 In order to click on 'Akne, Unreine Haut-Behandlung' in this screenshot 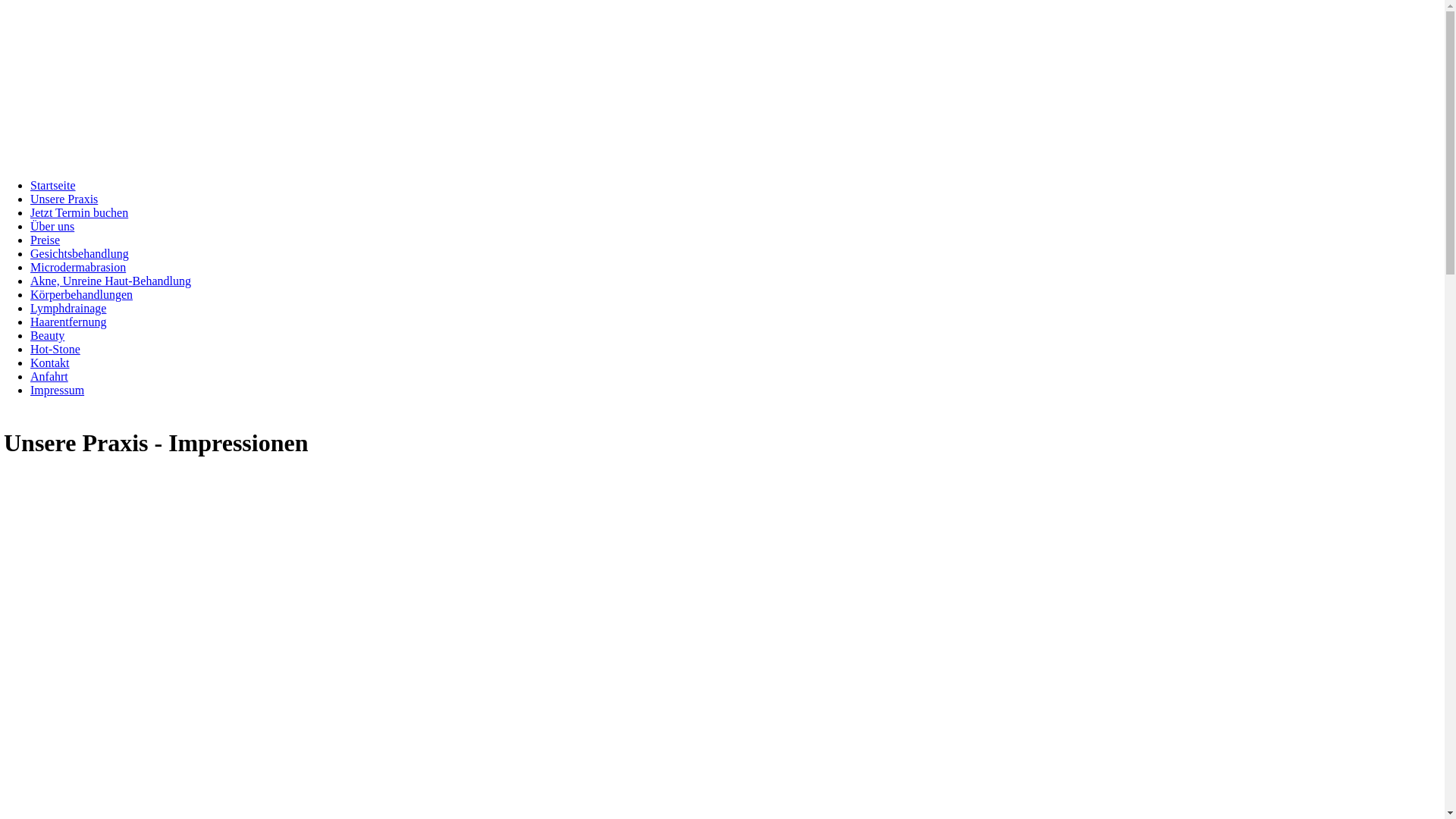, I will do `click(109, 281)`.